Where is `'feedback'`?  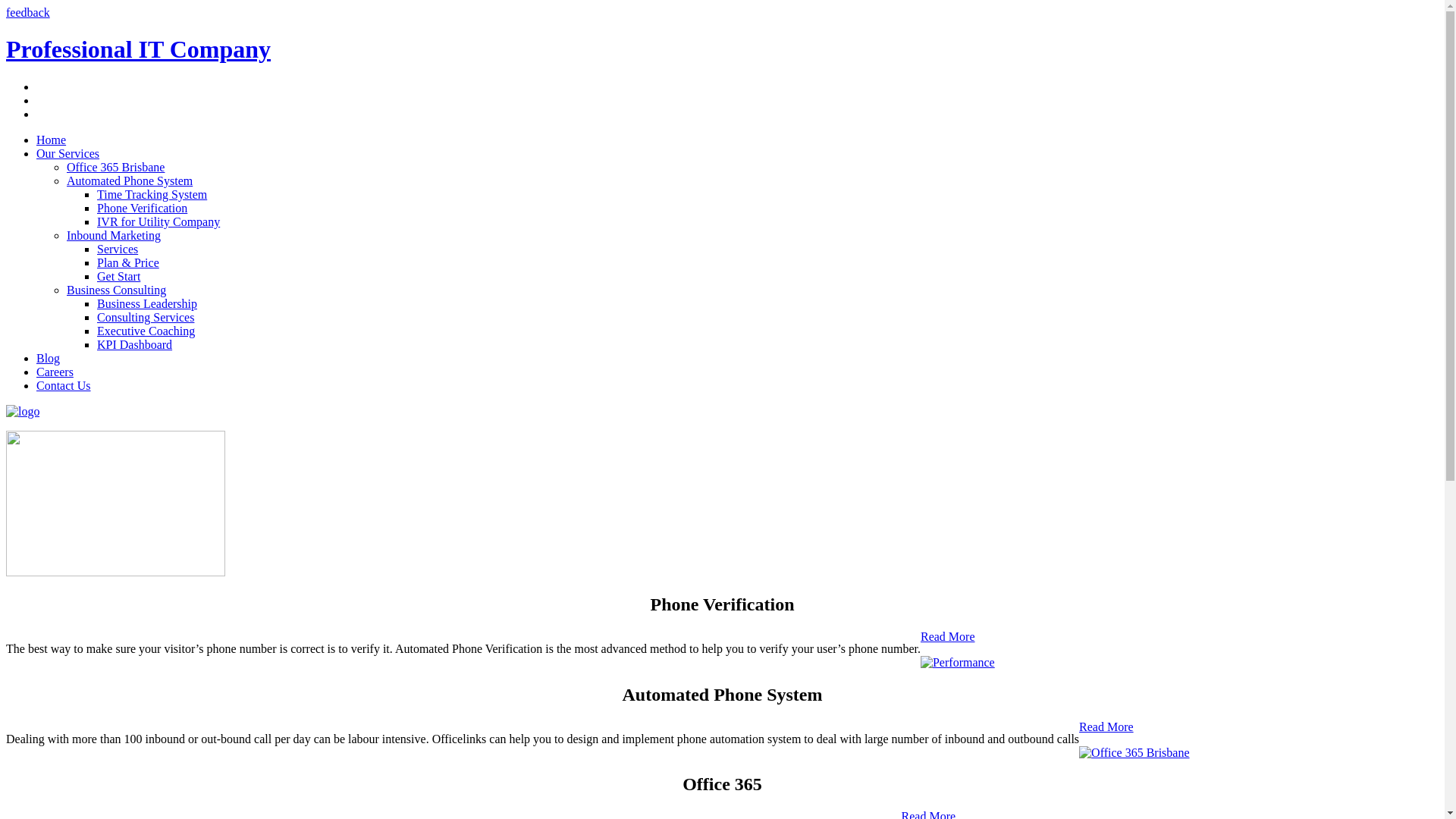 'feedback' is located at coordinates (28, 12).